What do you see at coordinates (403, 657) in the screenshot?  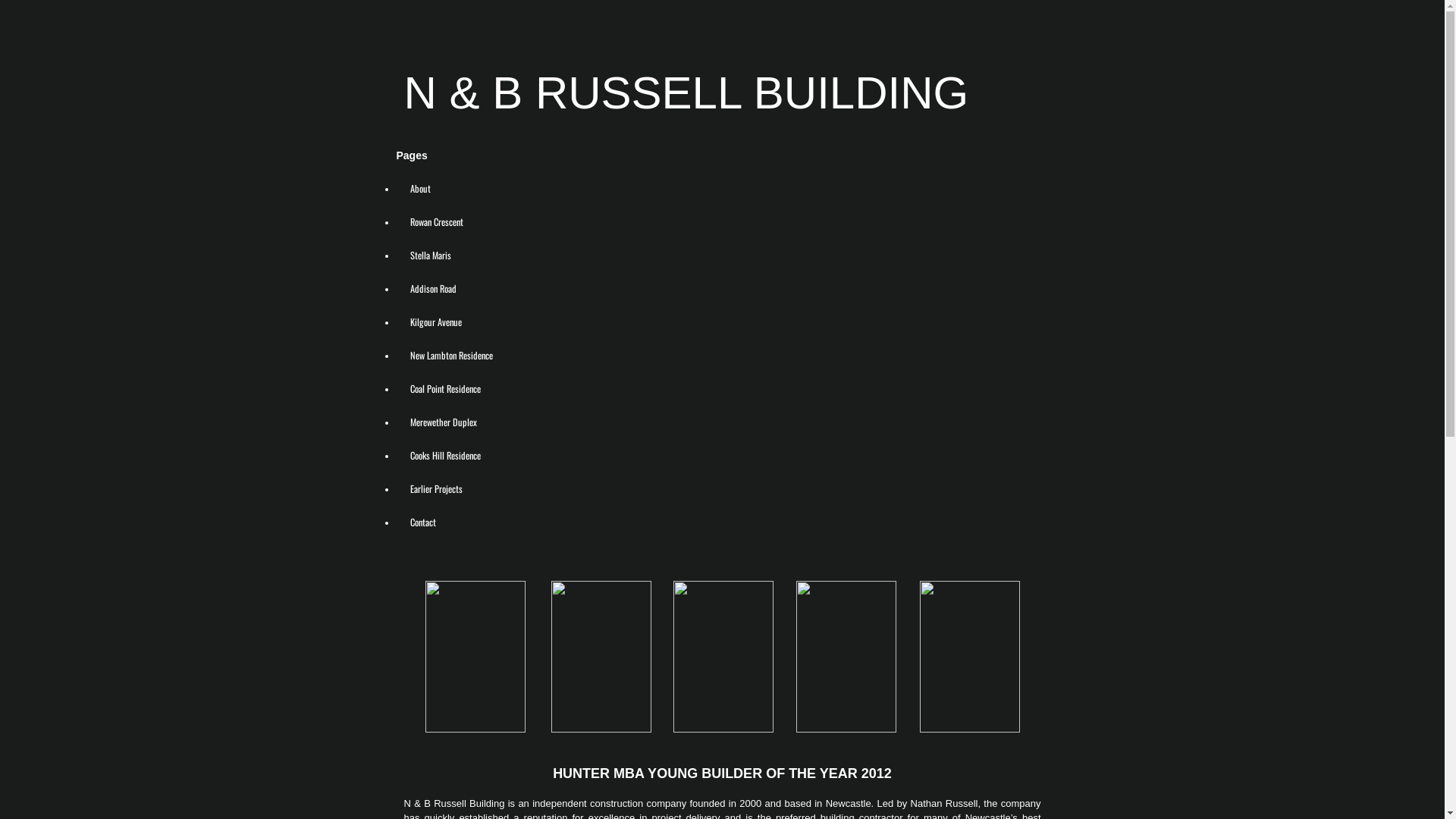 I see `'        '` at bounding box center [403, 657].